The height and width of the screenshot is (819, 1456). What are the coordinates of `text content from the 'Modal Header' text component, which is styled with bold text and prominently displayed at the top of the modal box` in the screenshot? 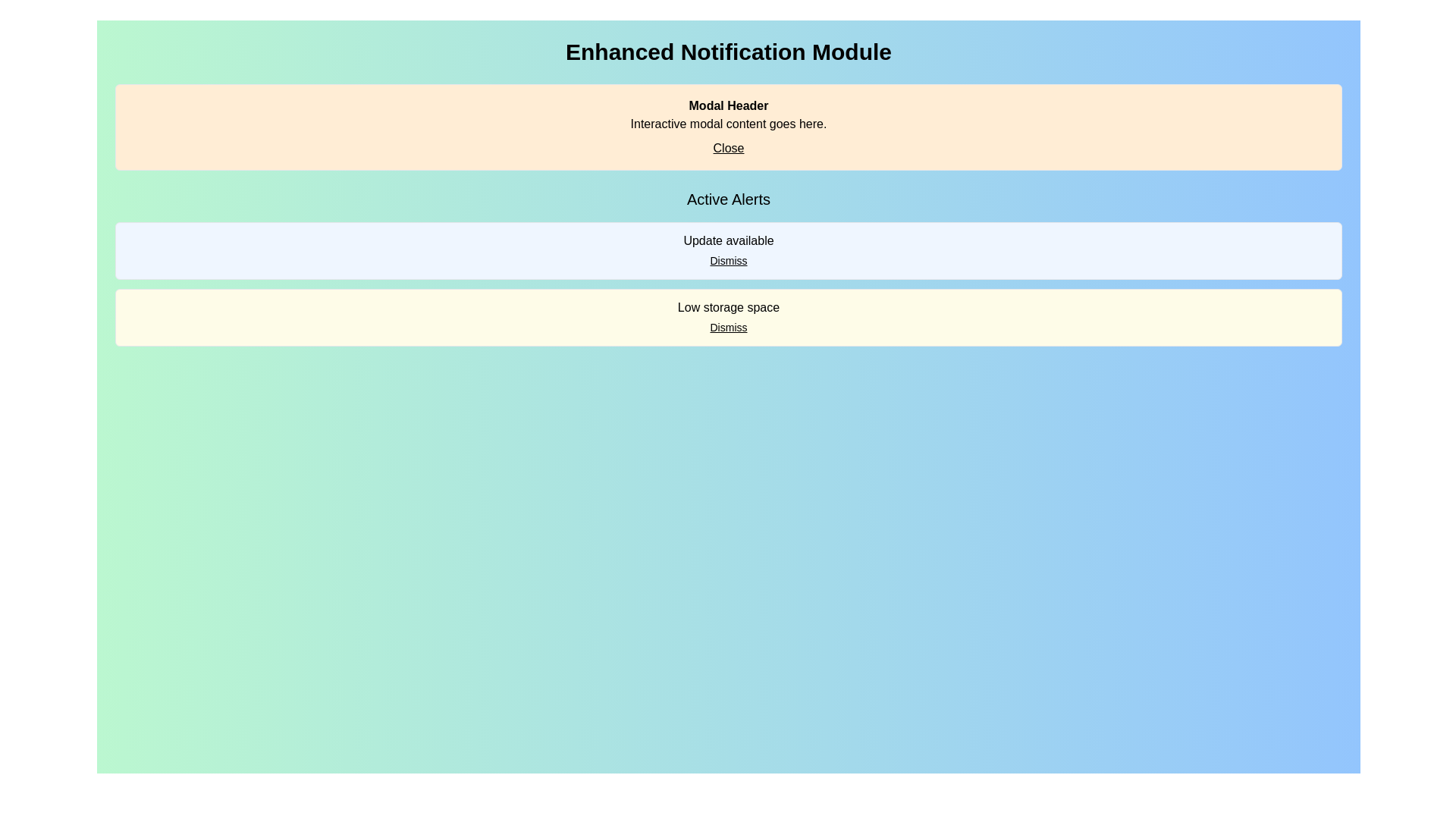 It's located at (728, 105).